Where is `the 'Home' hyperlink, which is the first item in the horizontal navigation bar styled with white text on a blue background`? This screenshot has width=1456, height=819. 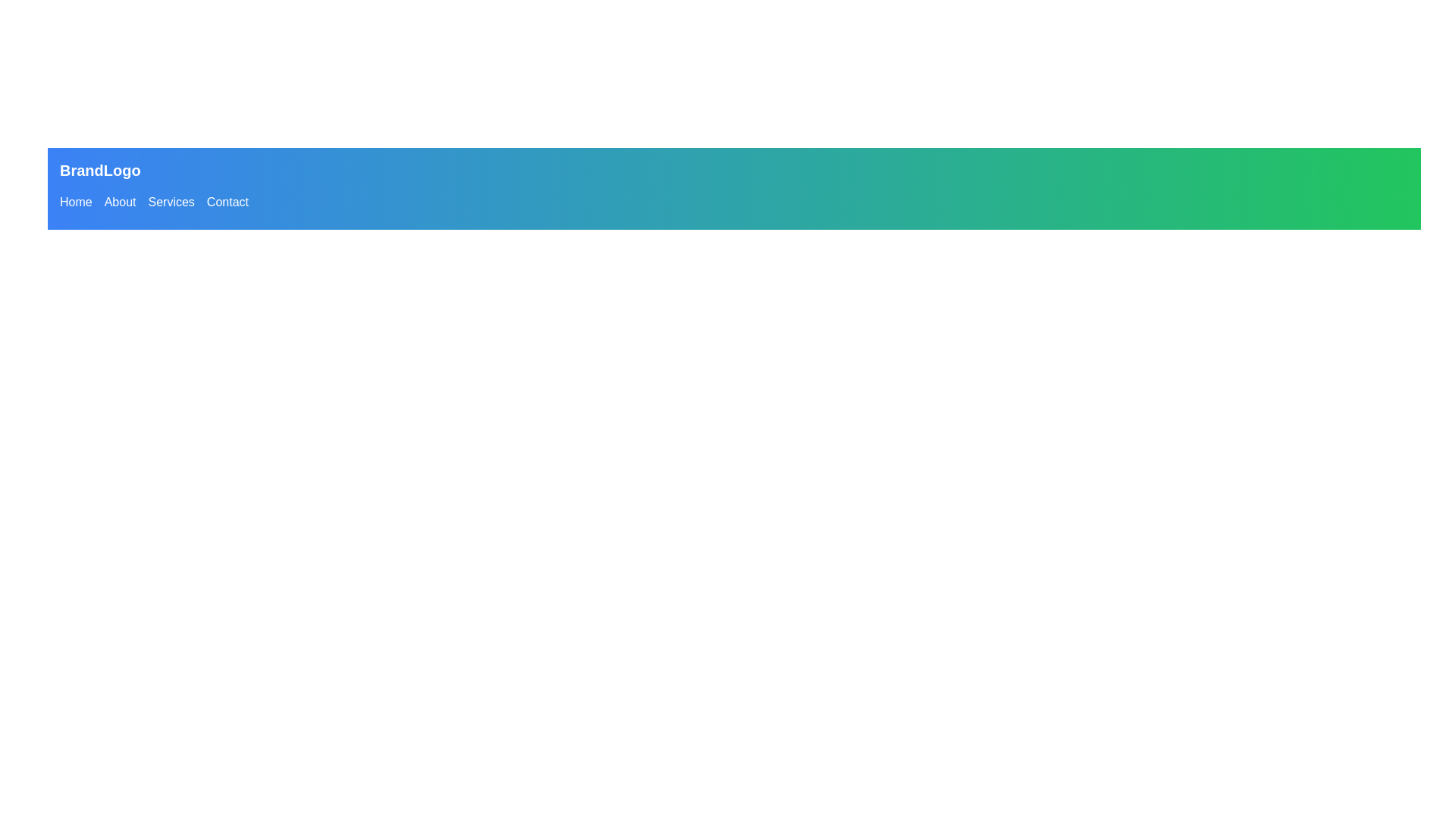 the 'Home' hyperlink, which is the first item in the horizontal navigation bar styled with white text on a blue background is located at coordinates (75, 201).